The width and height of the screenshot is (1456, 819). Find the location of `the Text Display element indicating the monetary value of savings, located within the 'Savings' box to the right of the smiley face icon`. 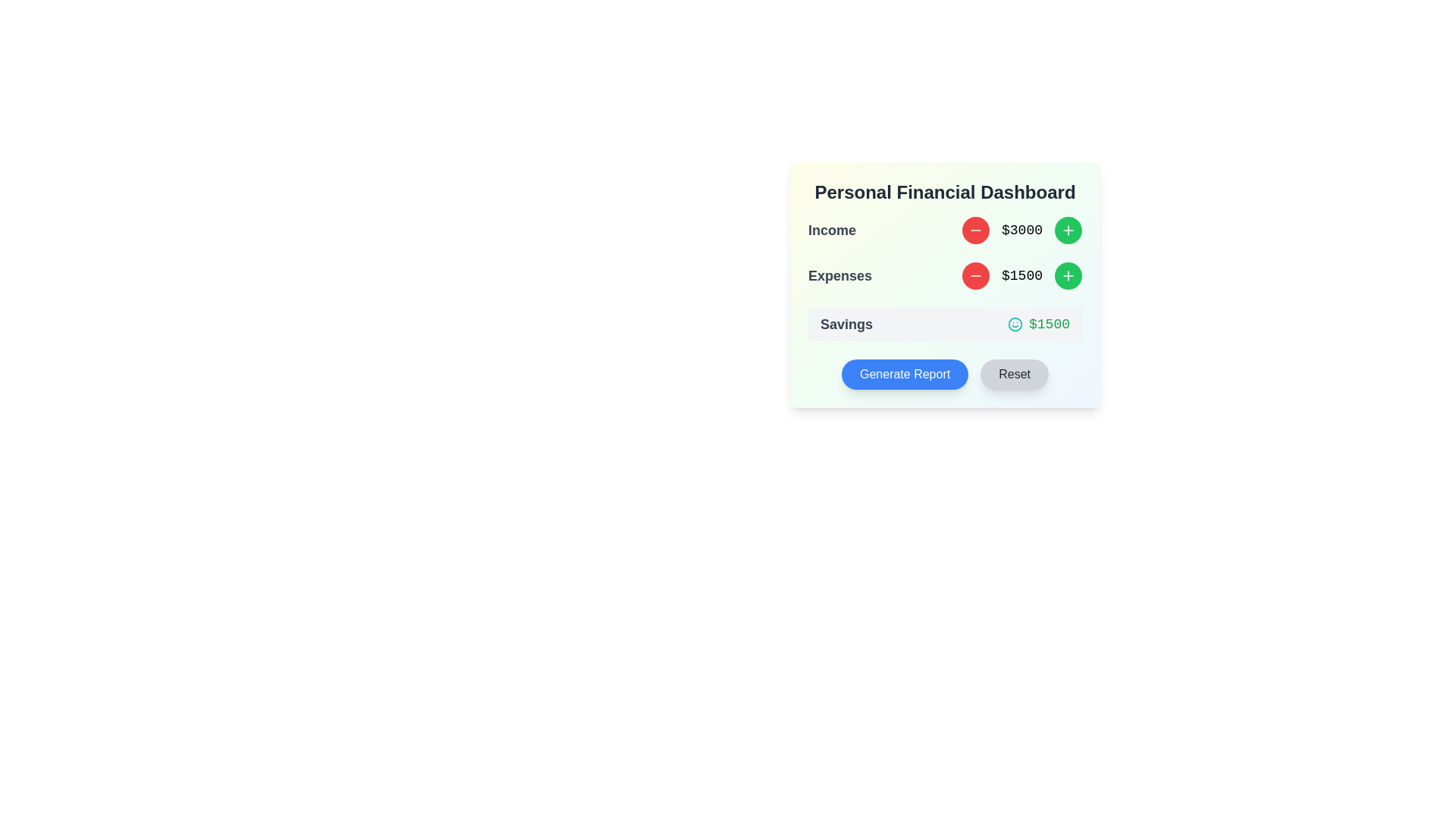

the Text Display element indicating the monetary value of savings, located within the 'Savings' box to the right of the smiley face icon is located at coordinates (1037, 324).